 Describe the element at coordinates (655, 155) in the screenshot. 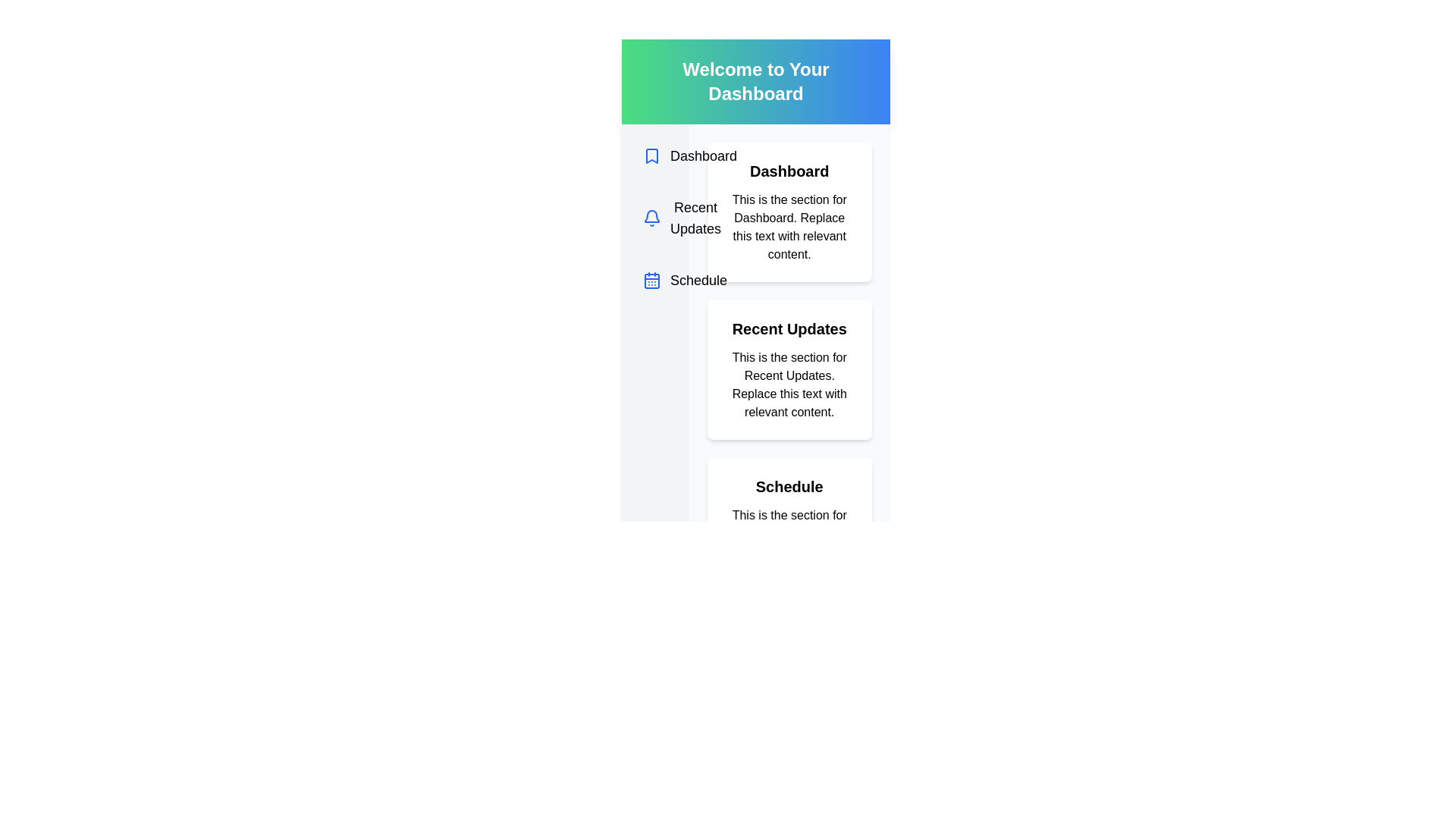

I see `the 'Dashboard' icon located in the vertical navigation menu, which is the first item and aligned to the left of the 'Dashboard' label` at that location.